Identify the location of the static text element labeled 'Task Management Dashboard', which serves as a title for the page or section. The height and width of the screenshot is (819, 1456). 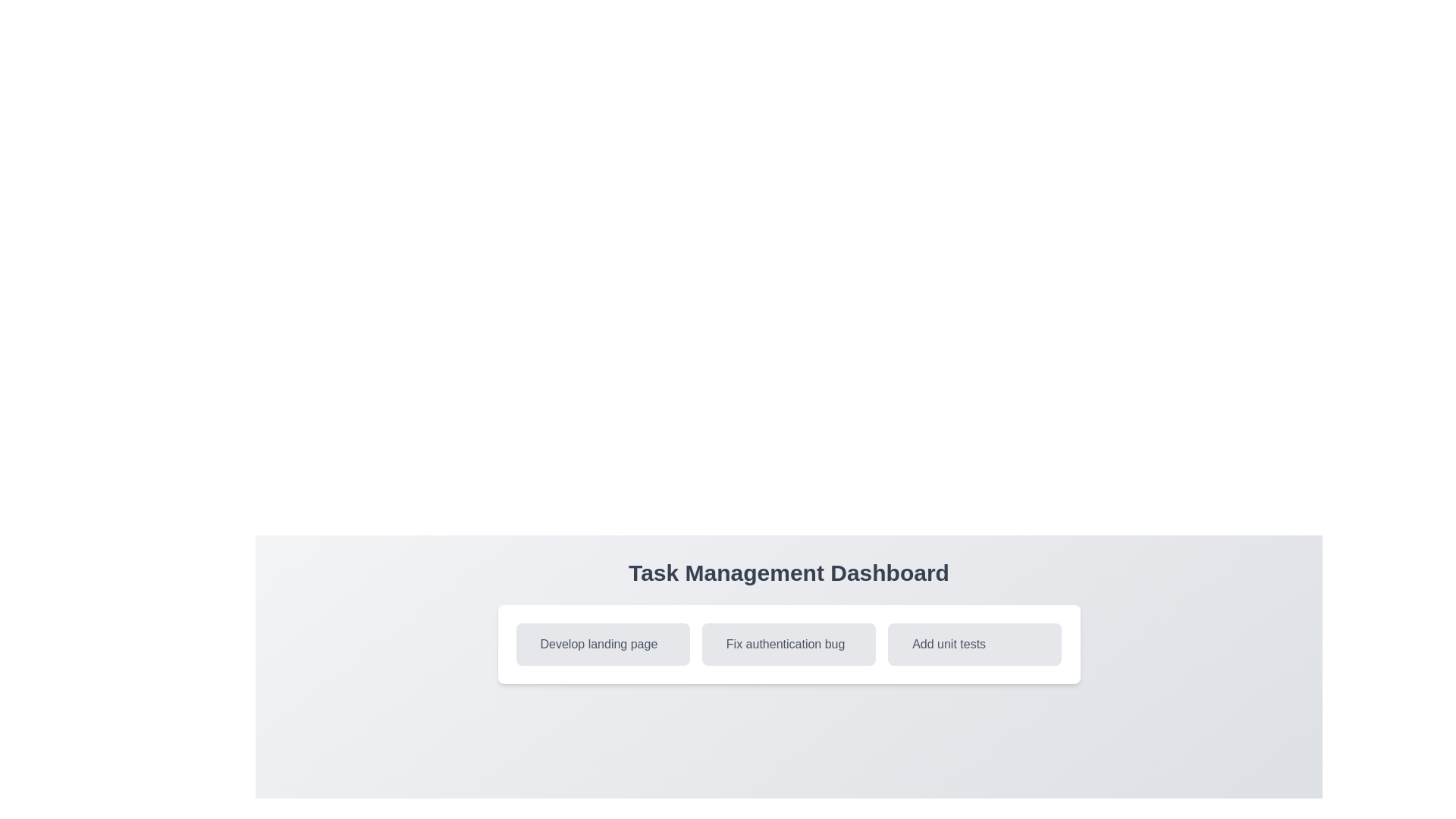
(789, 573).